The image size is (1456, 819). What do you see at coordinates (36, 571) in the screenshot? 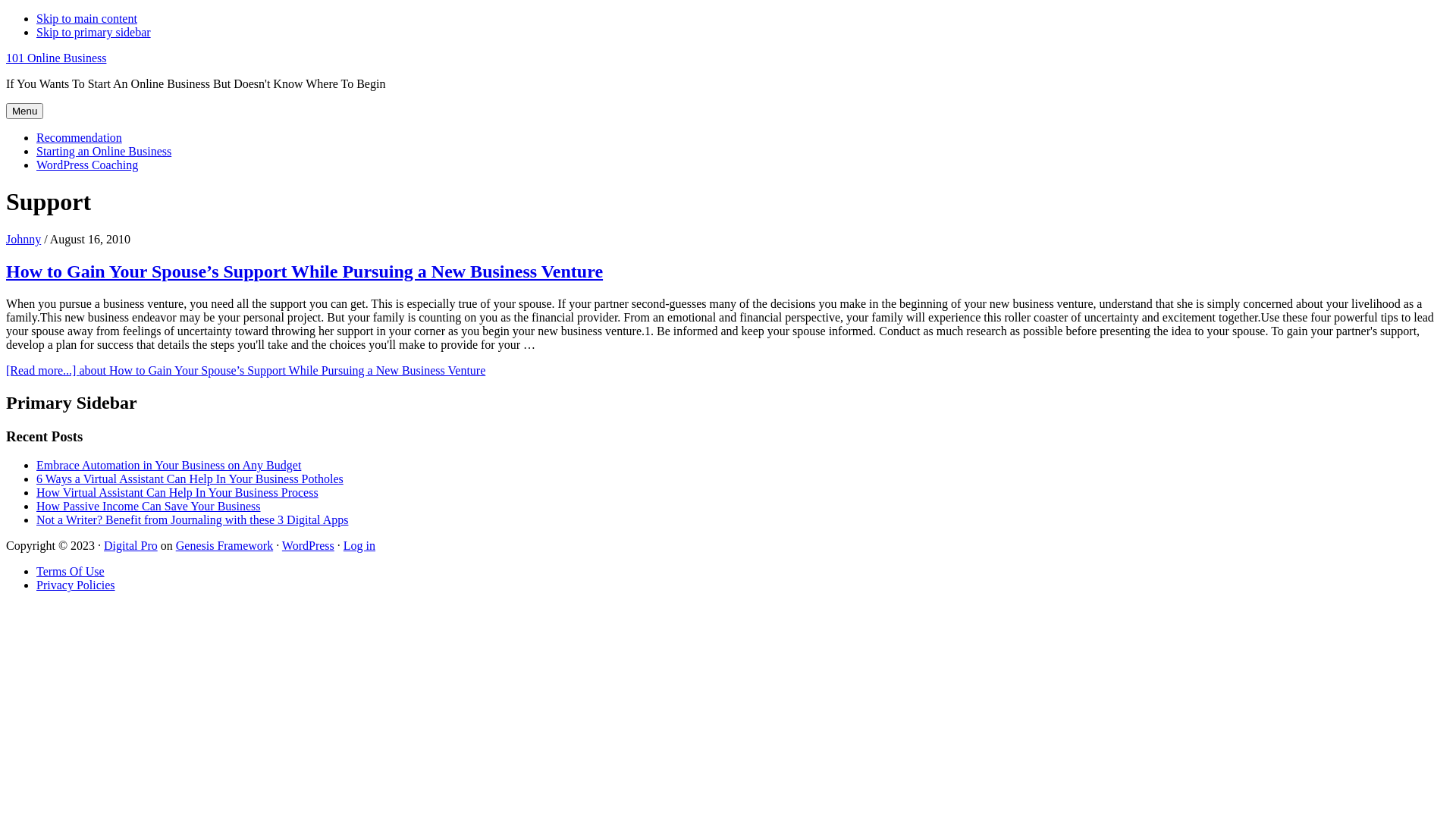
I see `'Terms Of Use'` at bounding box center [36, 571].